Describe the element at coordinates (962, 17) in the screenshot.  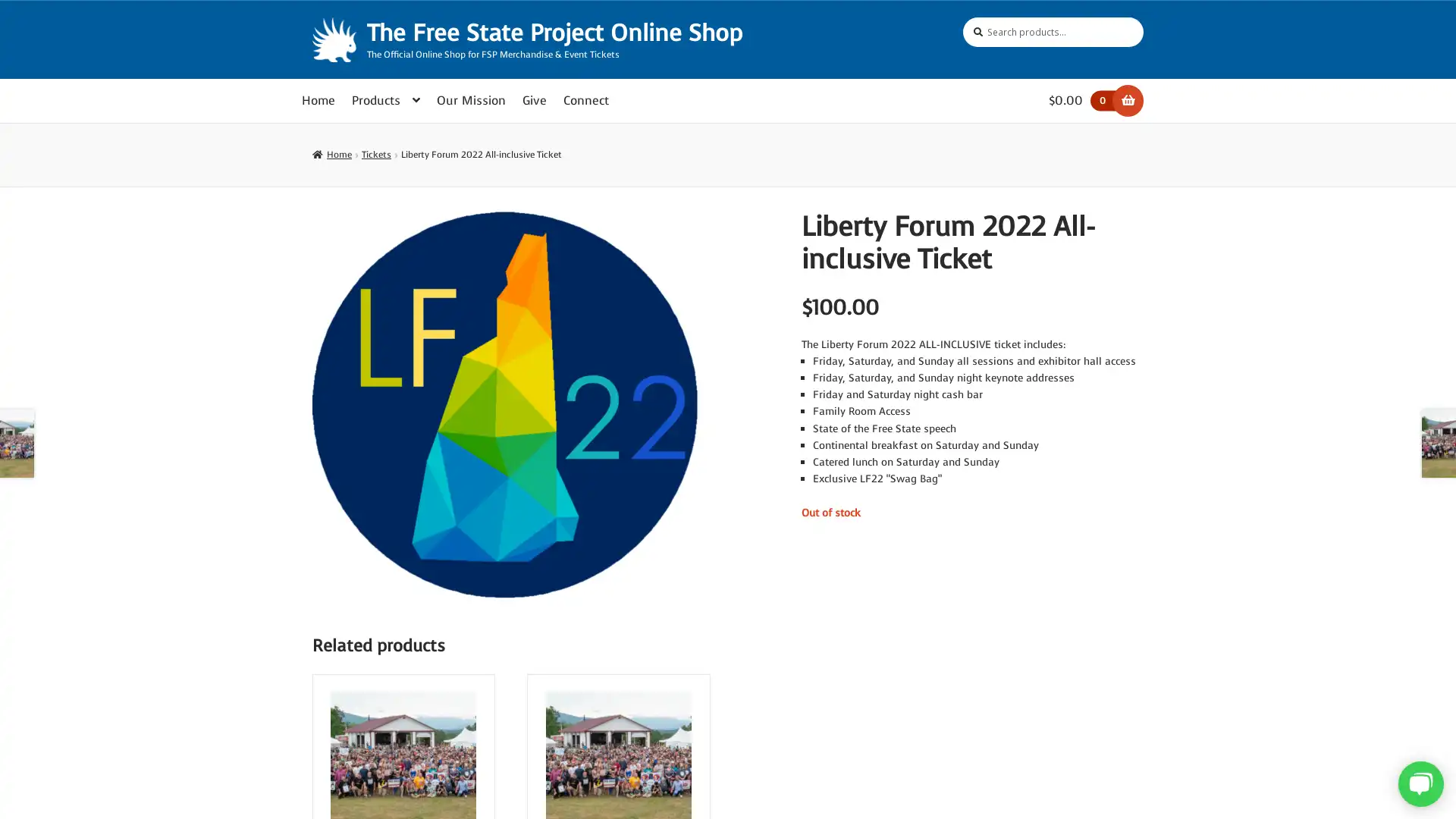
I see `Search` at that location.